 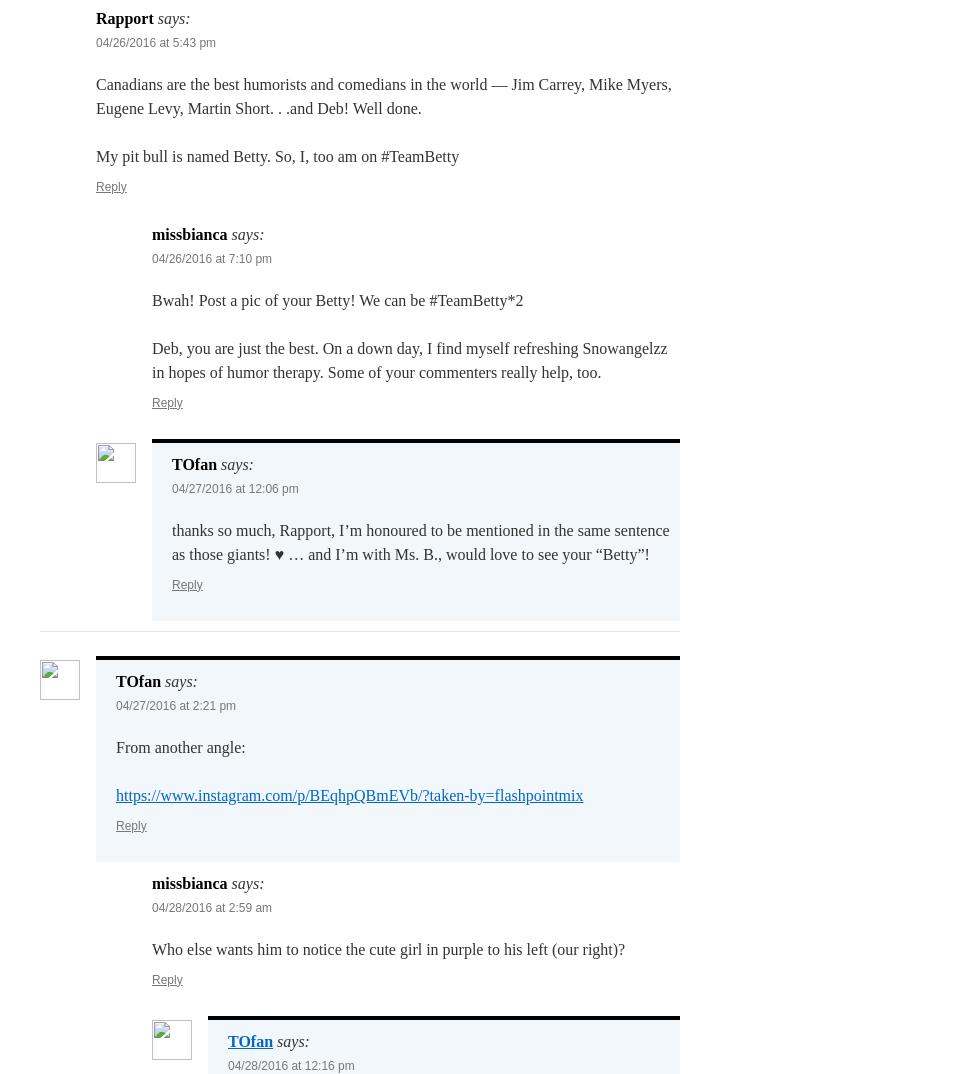 What do you see at coordinates (171, 540) in the screenshot?
I see `'thanks so much, Rapport, I’m honoured to be mentioned in the same sentence as those giants! ♥ … and I’m with Ms. B., would love to see your “Betty”!'` at bounding box center [171, 540].